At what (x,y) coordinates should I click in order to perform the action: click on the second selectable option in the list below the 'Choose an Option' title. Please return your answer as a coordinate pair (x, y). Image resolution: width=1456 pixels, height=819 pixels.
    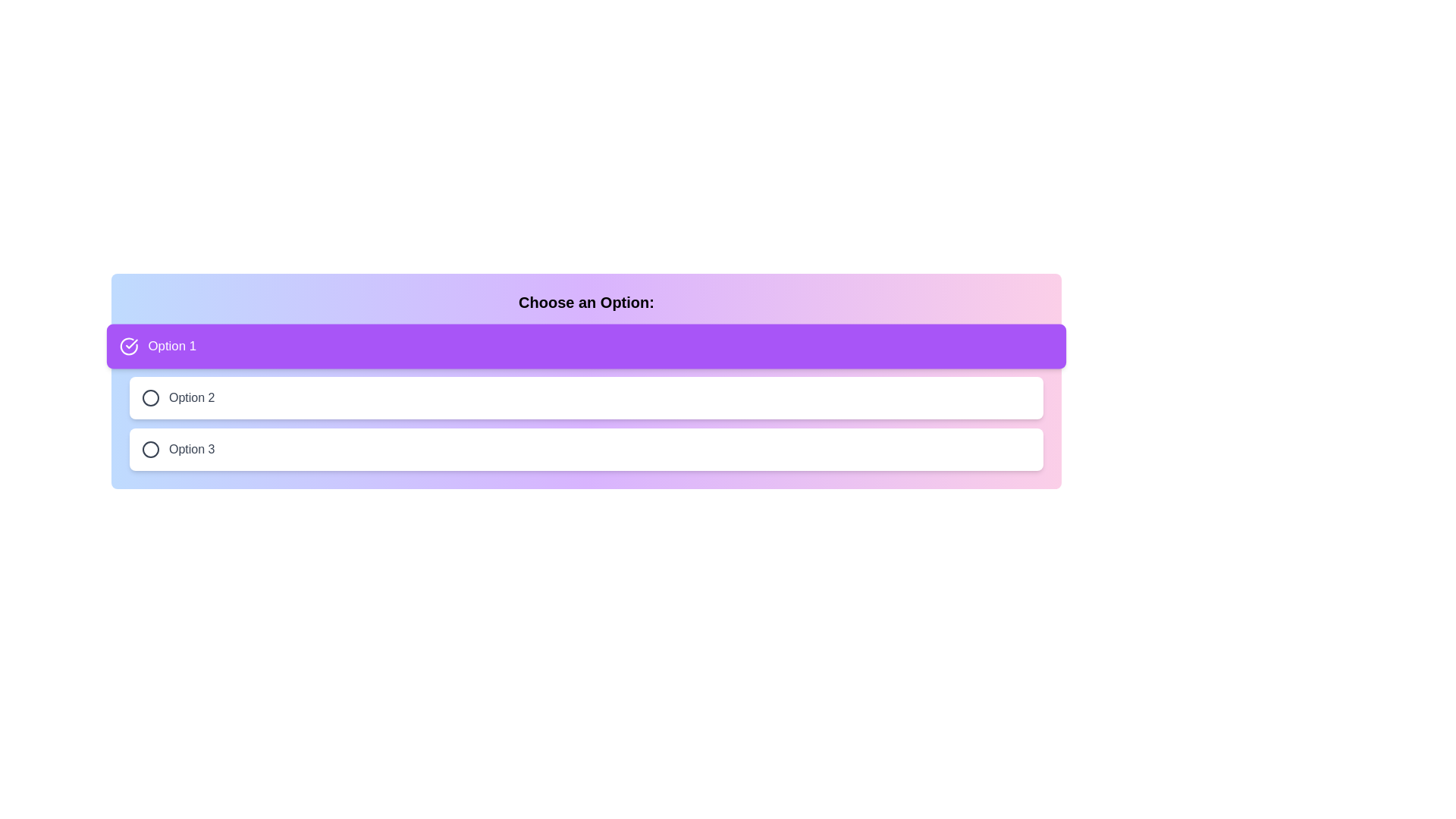
    Looking at the image, I should click on (585, 397).